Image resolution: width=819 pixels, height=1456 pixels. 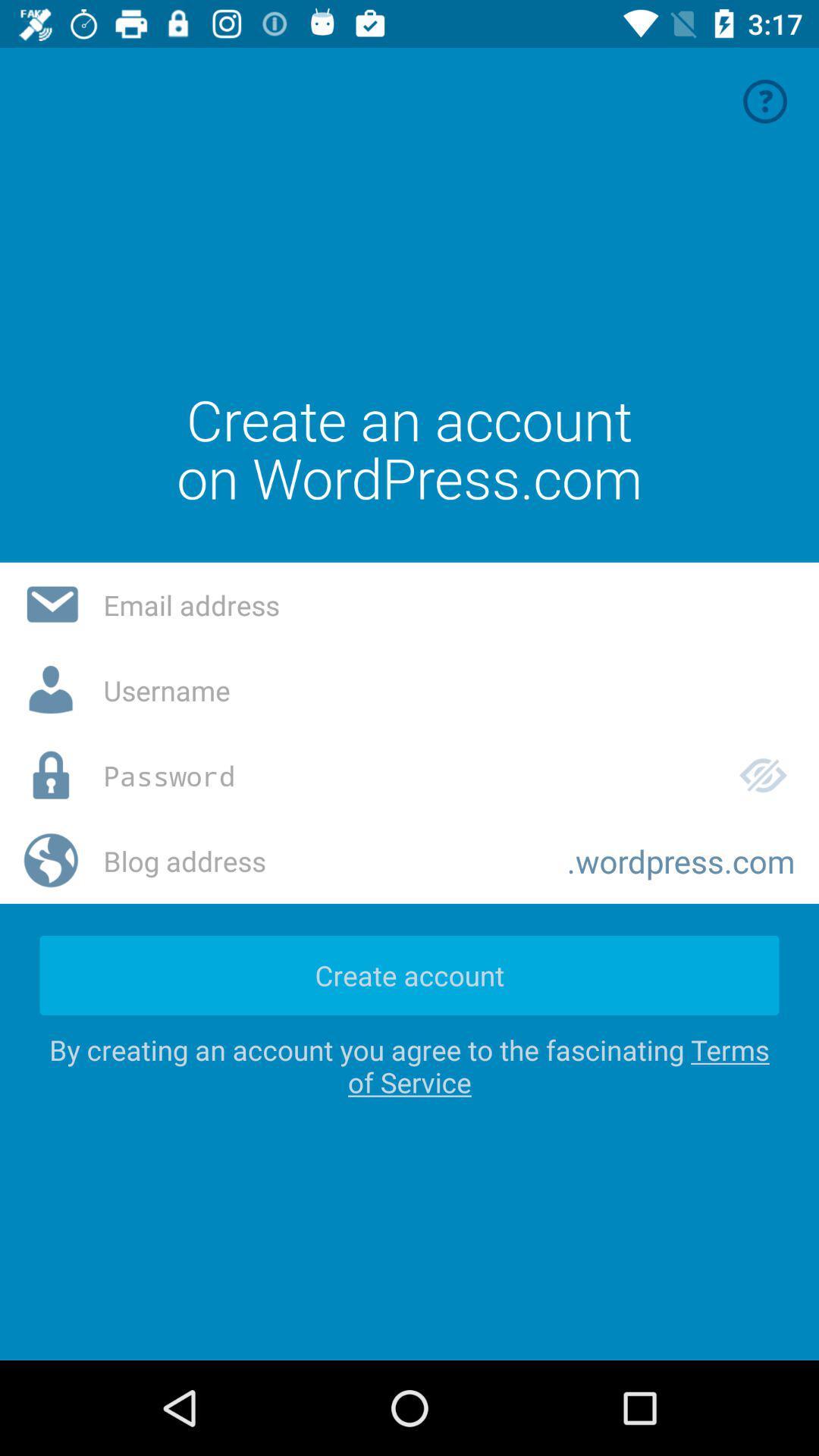 I want to click on a username, so click(x=448, y=689).